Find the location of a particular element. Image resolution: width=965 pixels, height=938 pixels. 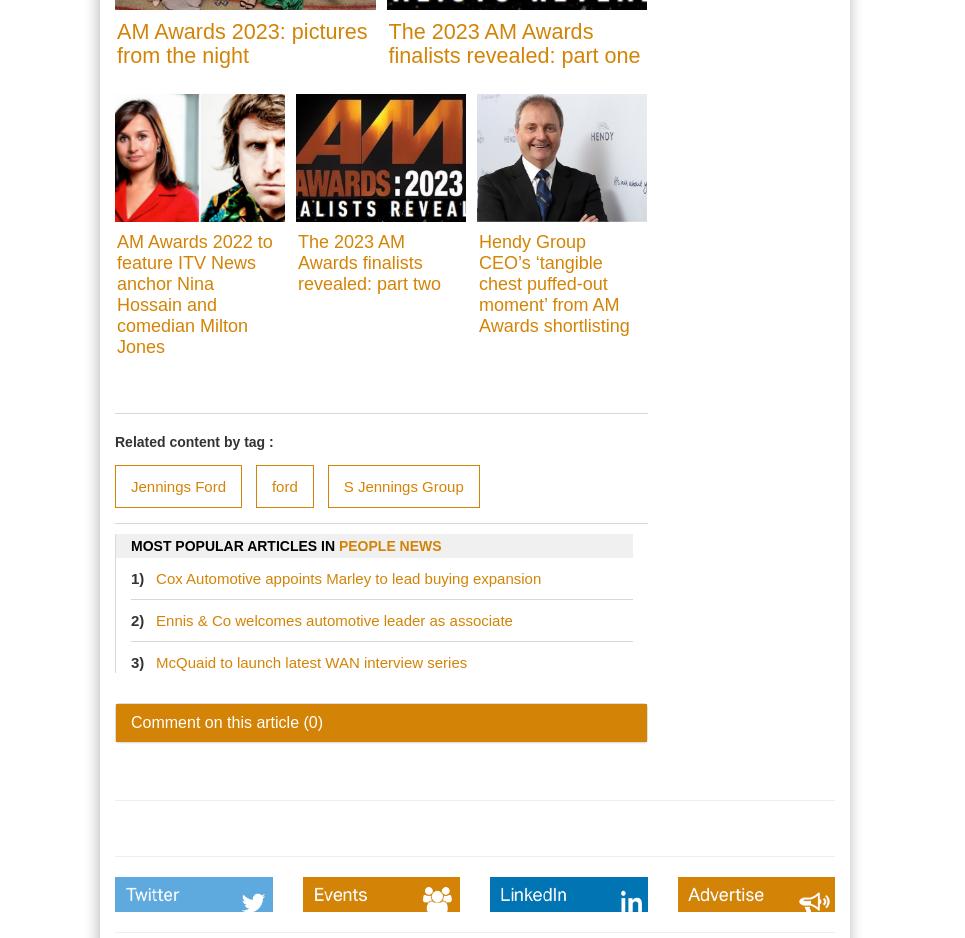

'Most popular articles' is located at coordinates (225, 546).